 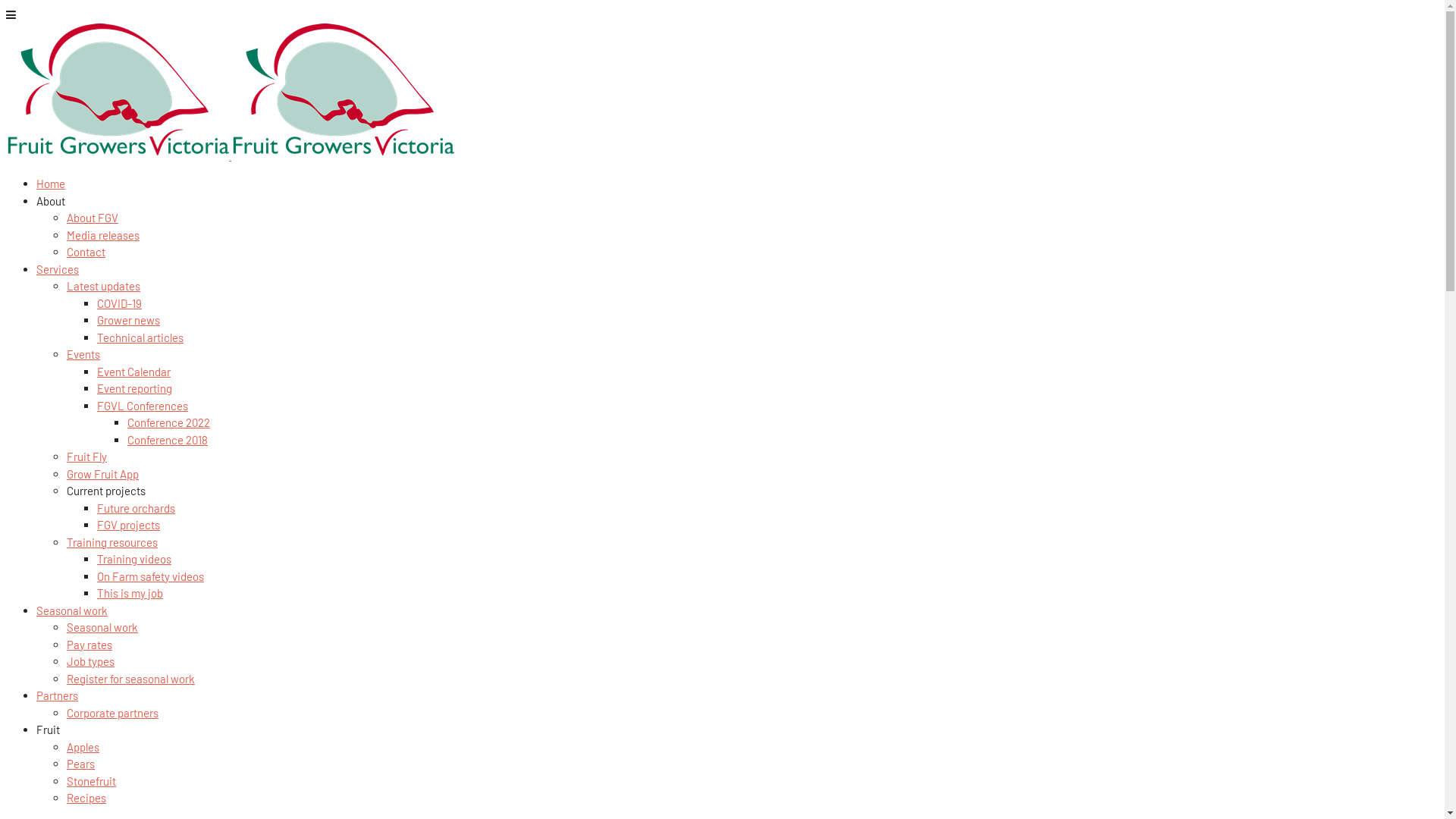 What do you see at coordinates (128, 318) in the screenshot?
I see `'Grower news'` at bounding box center [128, 318].